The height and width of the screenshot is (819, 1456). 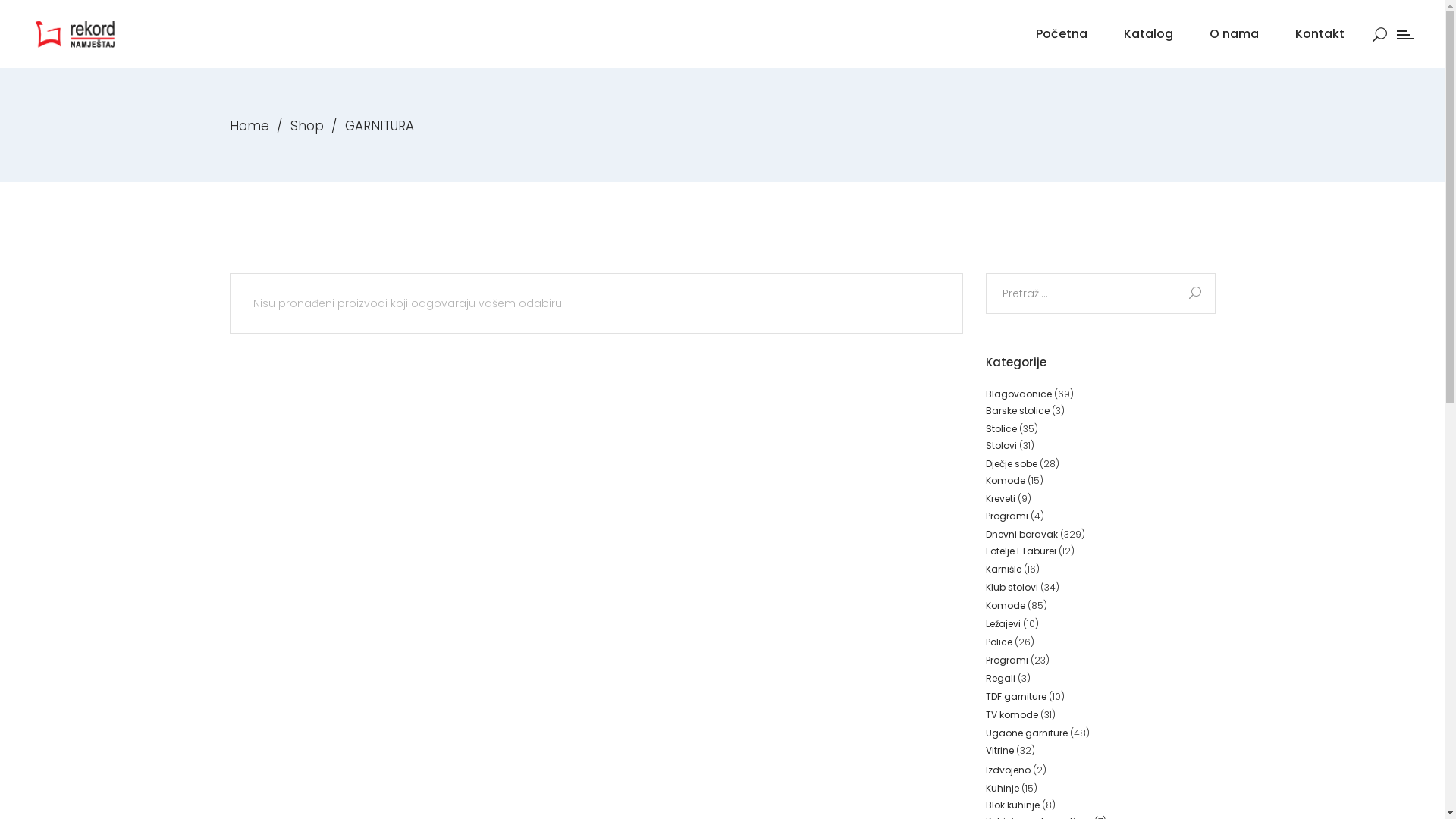 What do you see at coordinates (1001, 444) in the screenshot?
I see `'Stolovi'` at bounding box center [1001, 444].